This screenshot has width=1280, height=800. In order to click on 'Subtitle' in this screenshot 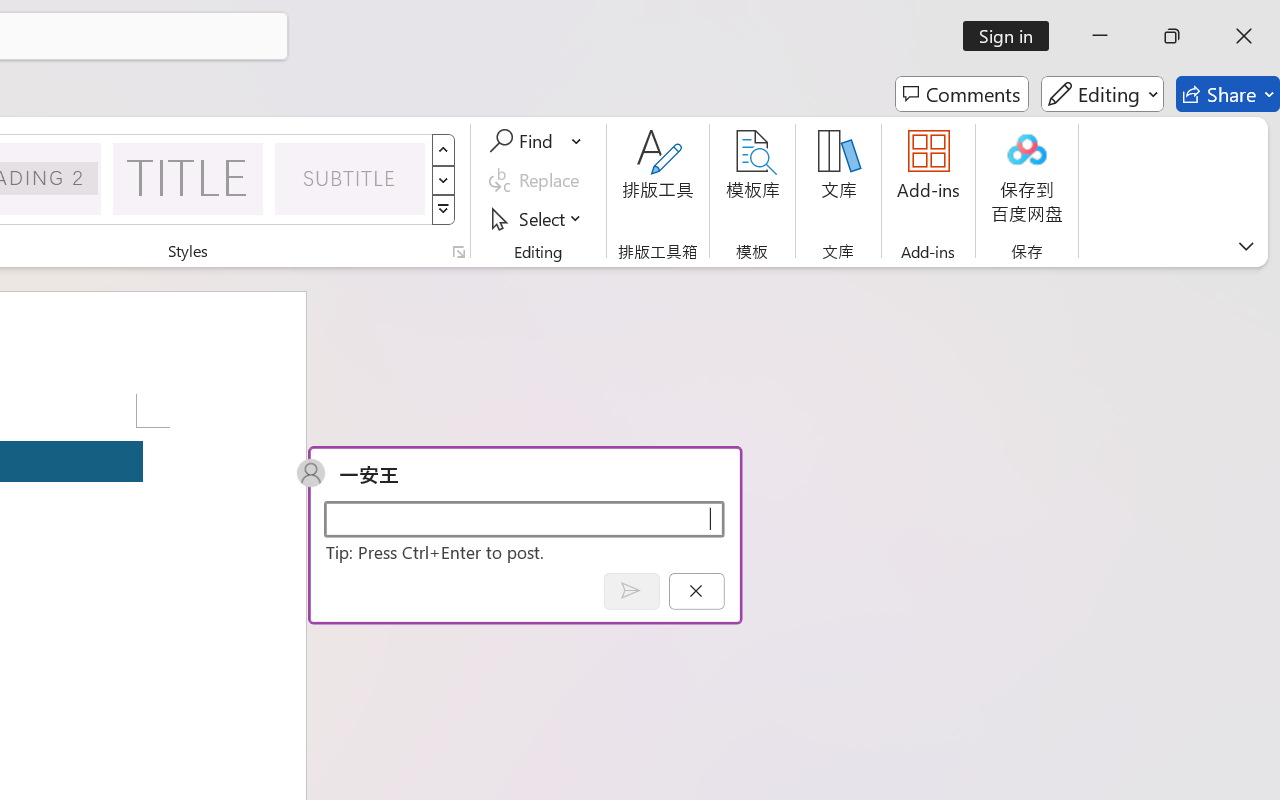, I will do `click(350, 177)`.